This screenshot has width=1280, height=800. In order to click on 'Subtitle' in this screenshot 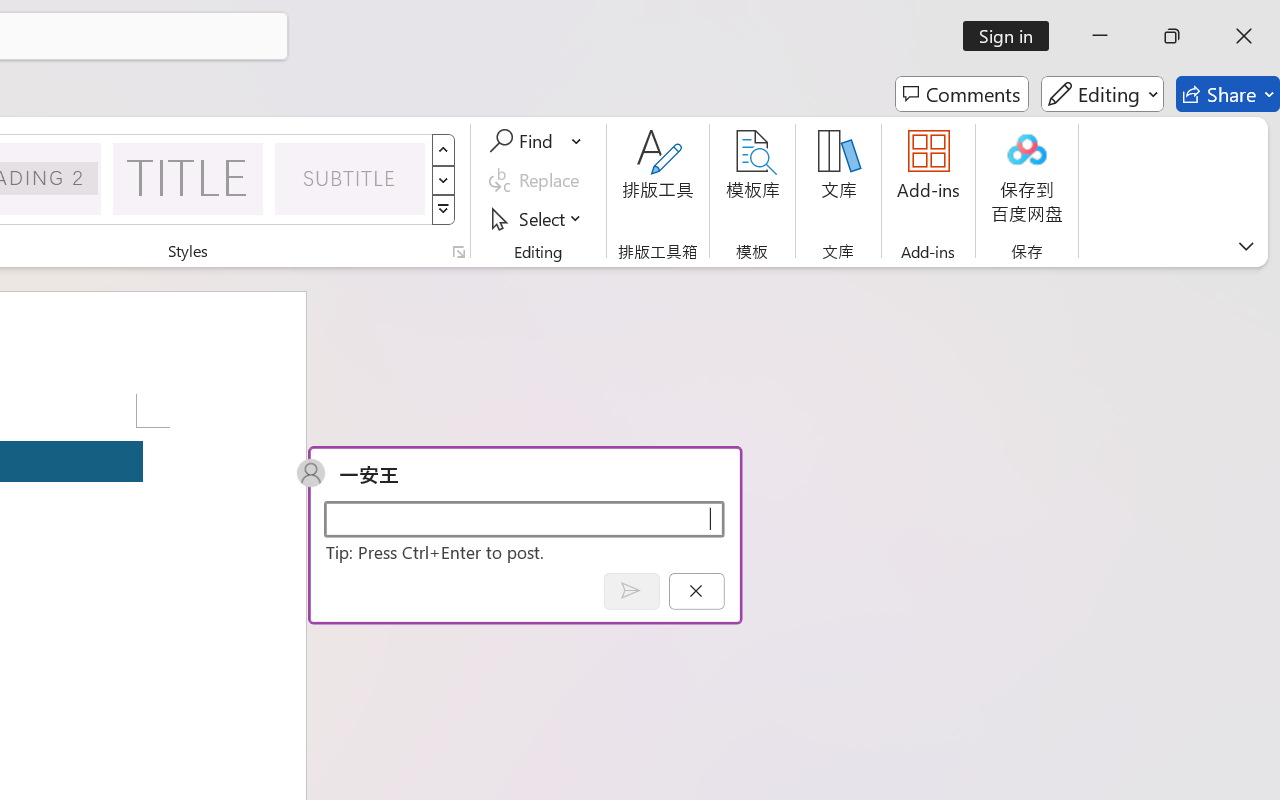, I will do `click(350, 177)`.